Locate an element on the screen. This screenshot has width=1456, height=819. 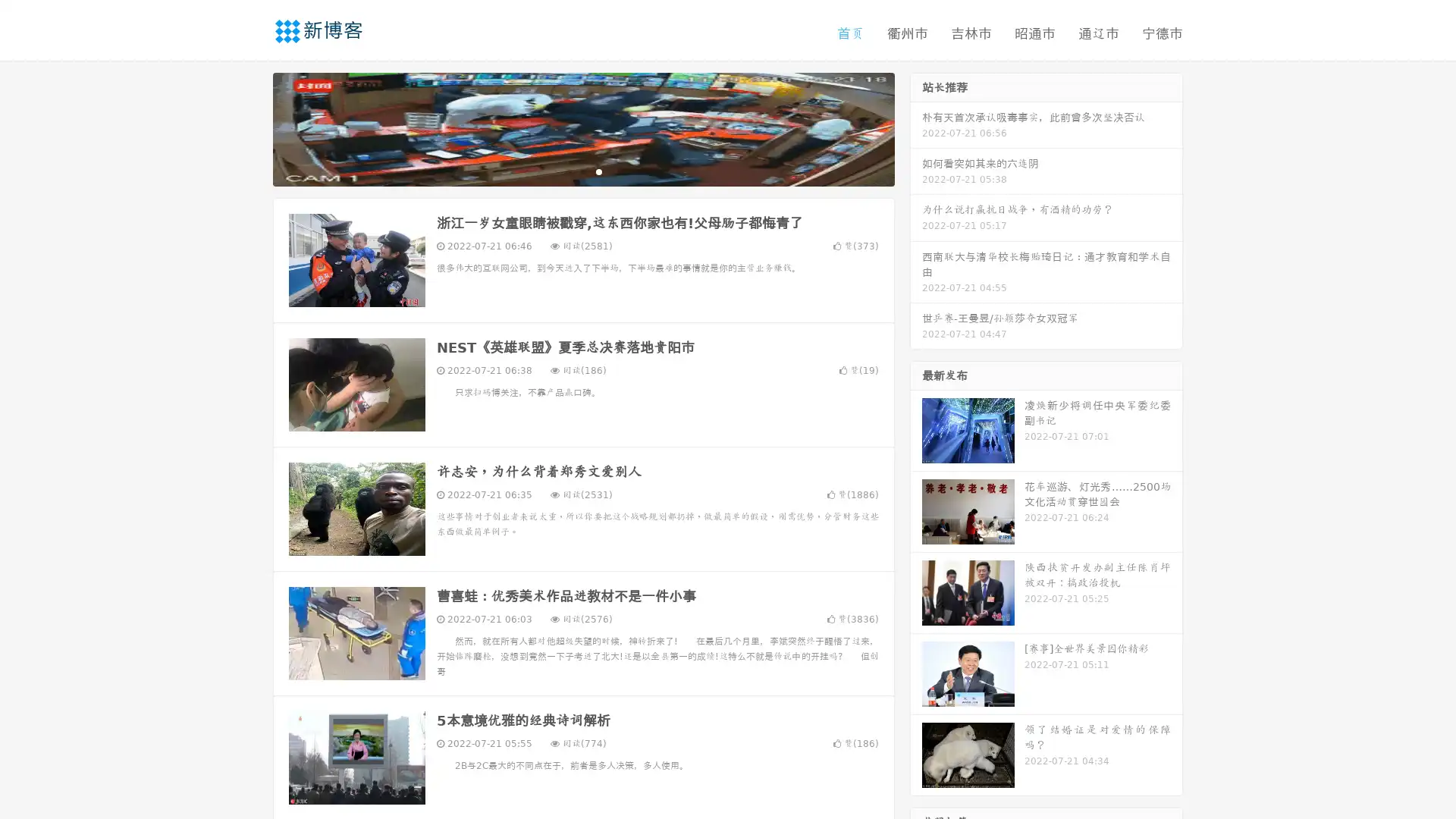
Go to slide 1 is located at coordinates (567, 171).